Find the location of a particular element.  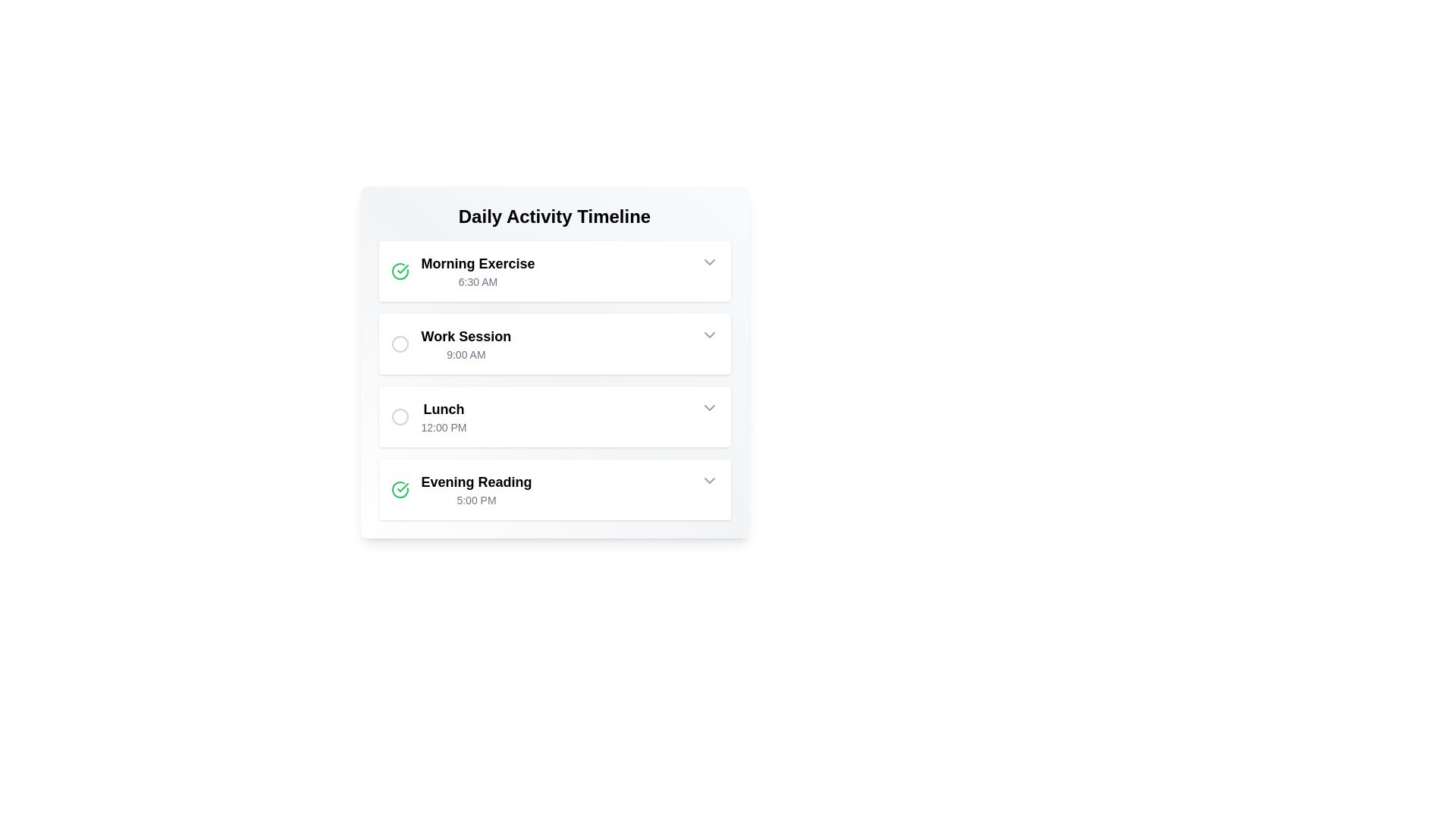

the green checkmark-shaped vector graphic indicating a completed status in the 'Evening Reading' task section, located within the circular icon at the bottom of the Daily Activity Timeline card is located at coordinates (403, 268).